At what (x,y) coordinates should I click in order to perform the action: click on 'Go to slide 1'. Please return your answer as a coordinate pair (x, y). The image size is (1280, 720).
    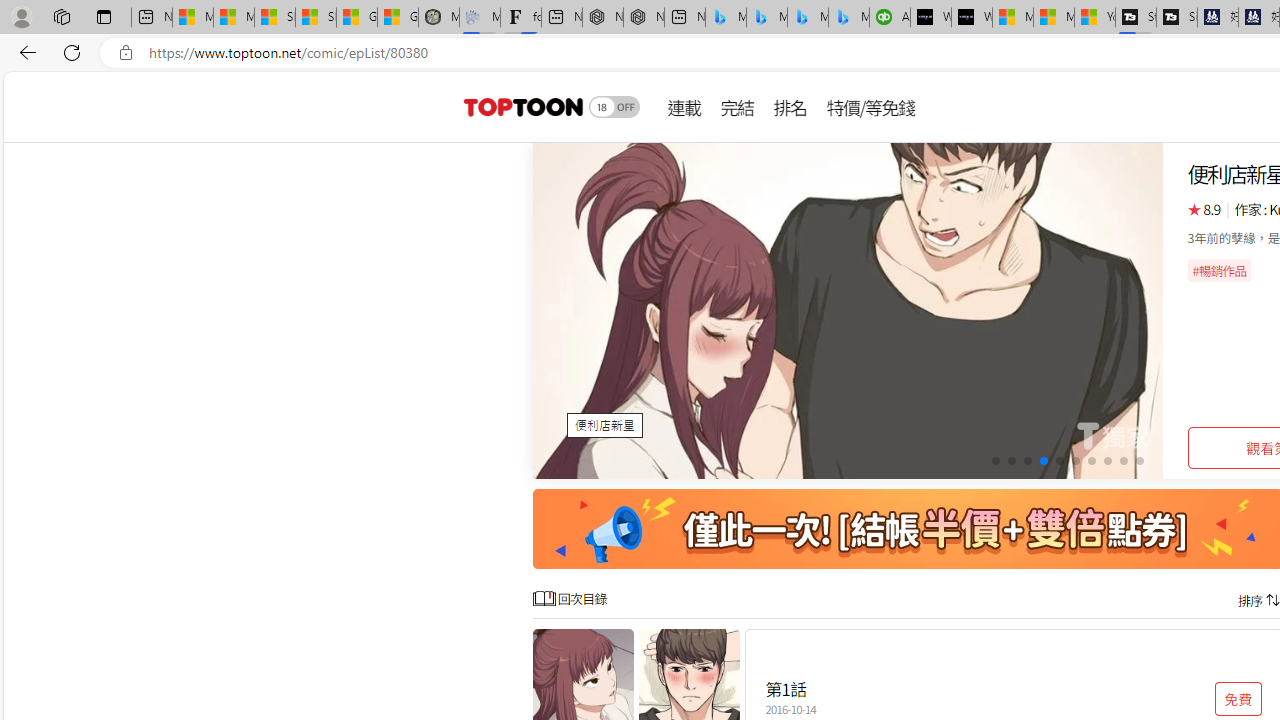
    Looking at the image, I should click on (995, 461).